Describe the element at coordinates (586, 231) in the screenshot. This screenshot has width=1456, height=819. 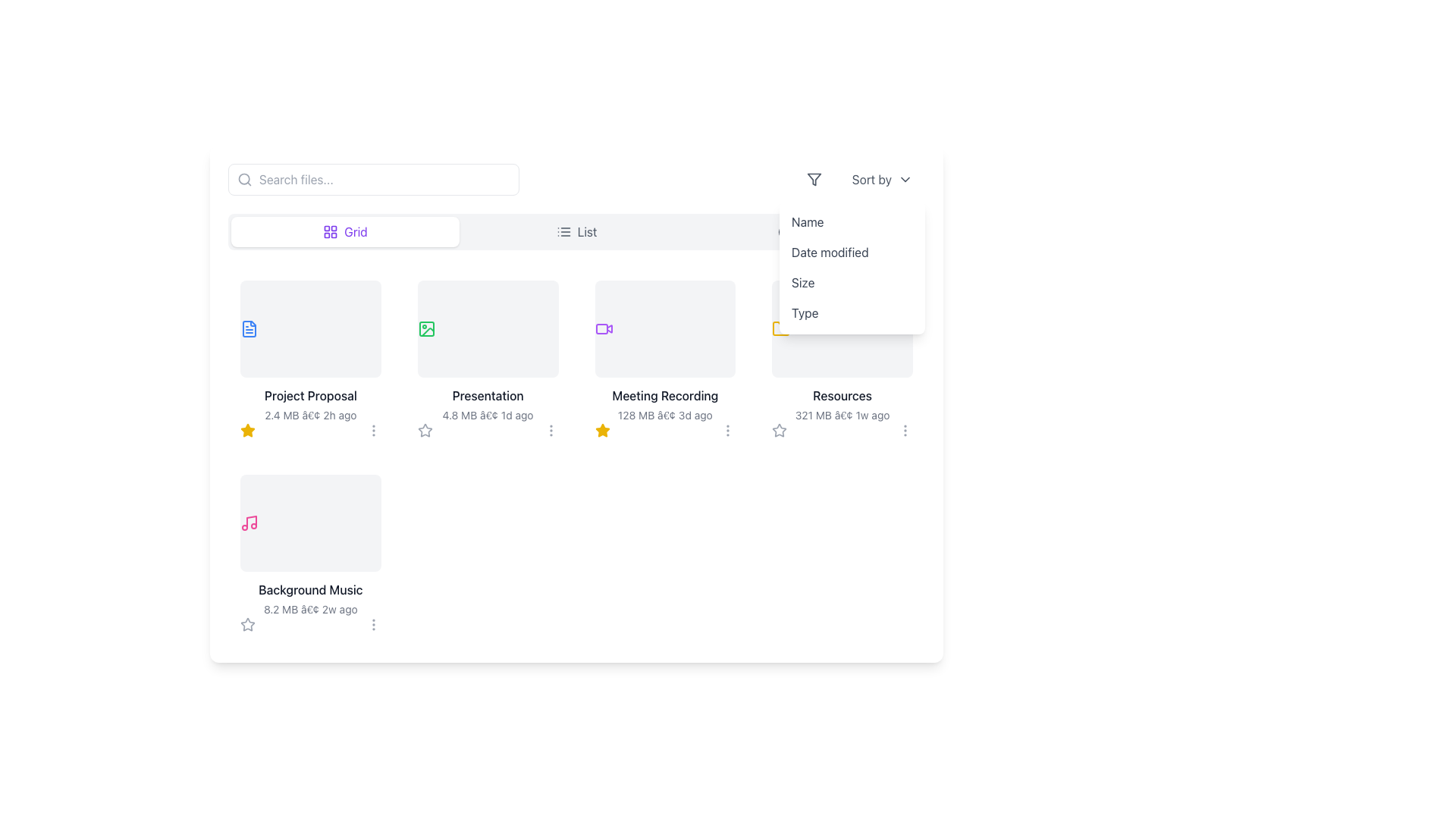
I see `the 'List' text label in the top horizontal bar` at that location.